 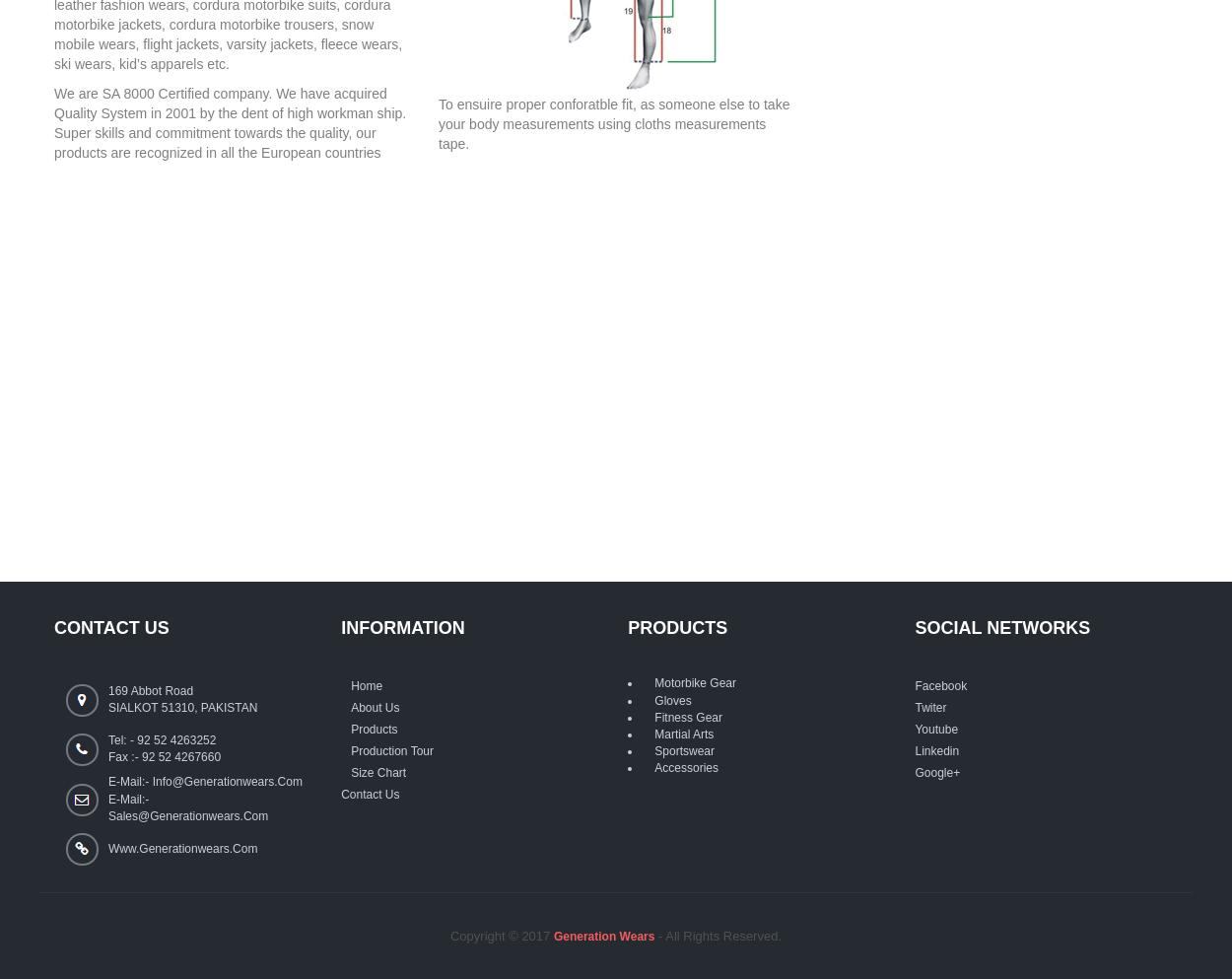 What do you see at coordinates (1002, 626) in the screenshot?
I see `'SOCIAL NETWORKS'` at bounding box center [1002, 626].